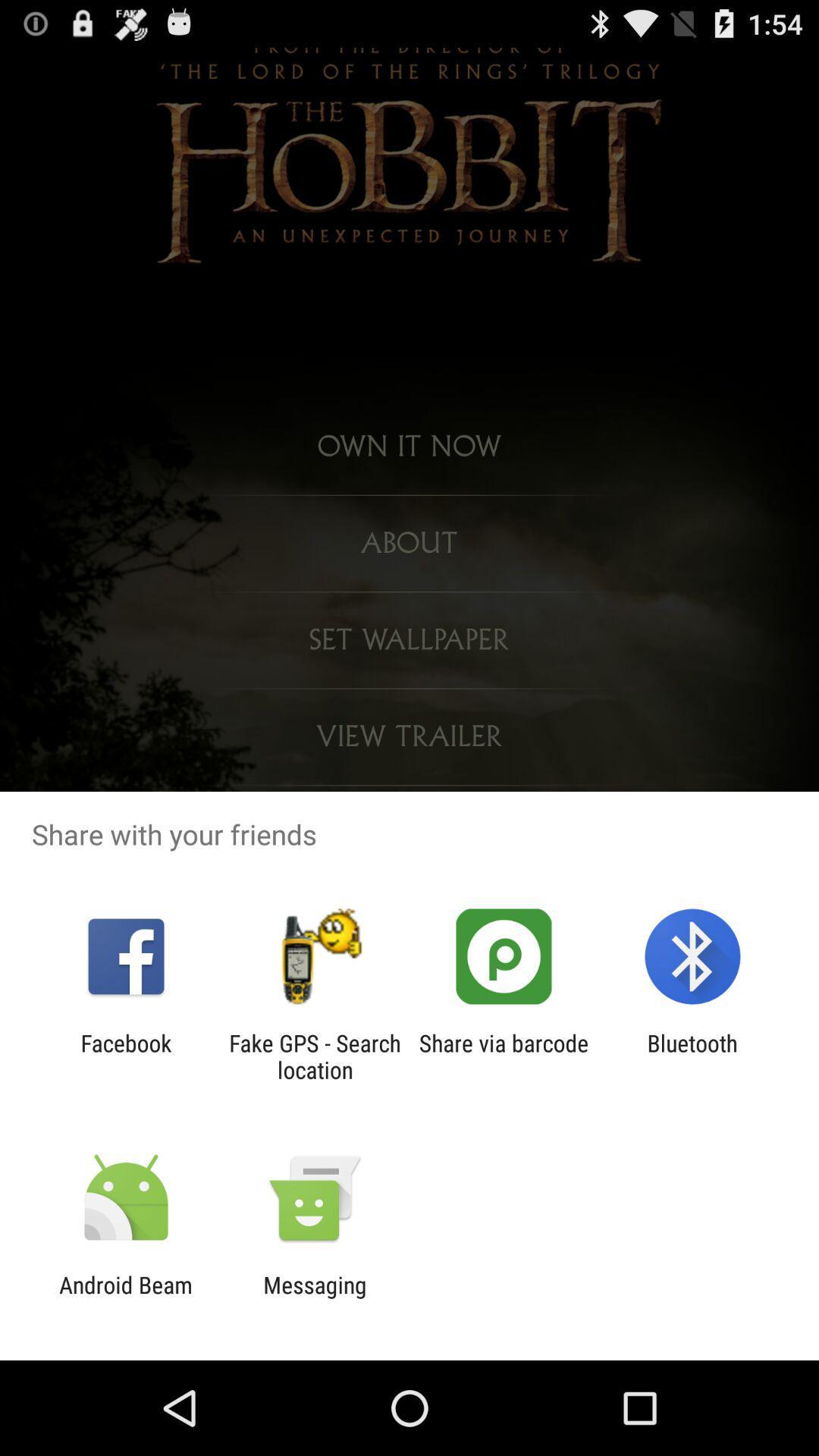  Describe the element at coordinates (125, 1056) in the screenshot. I see `icon next to the fake gps search` at that location.